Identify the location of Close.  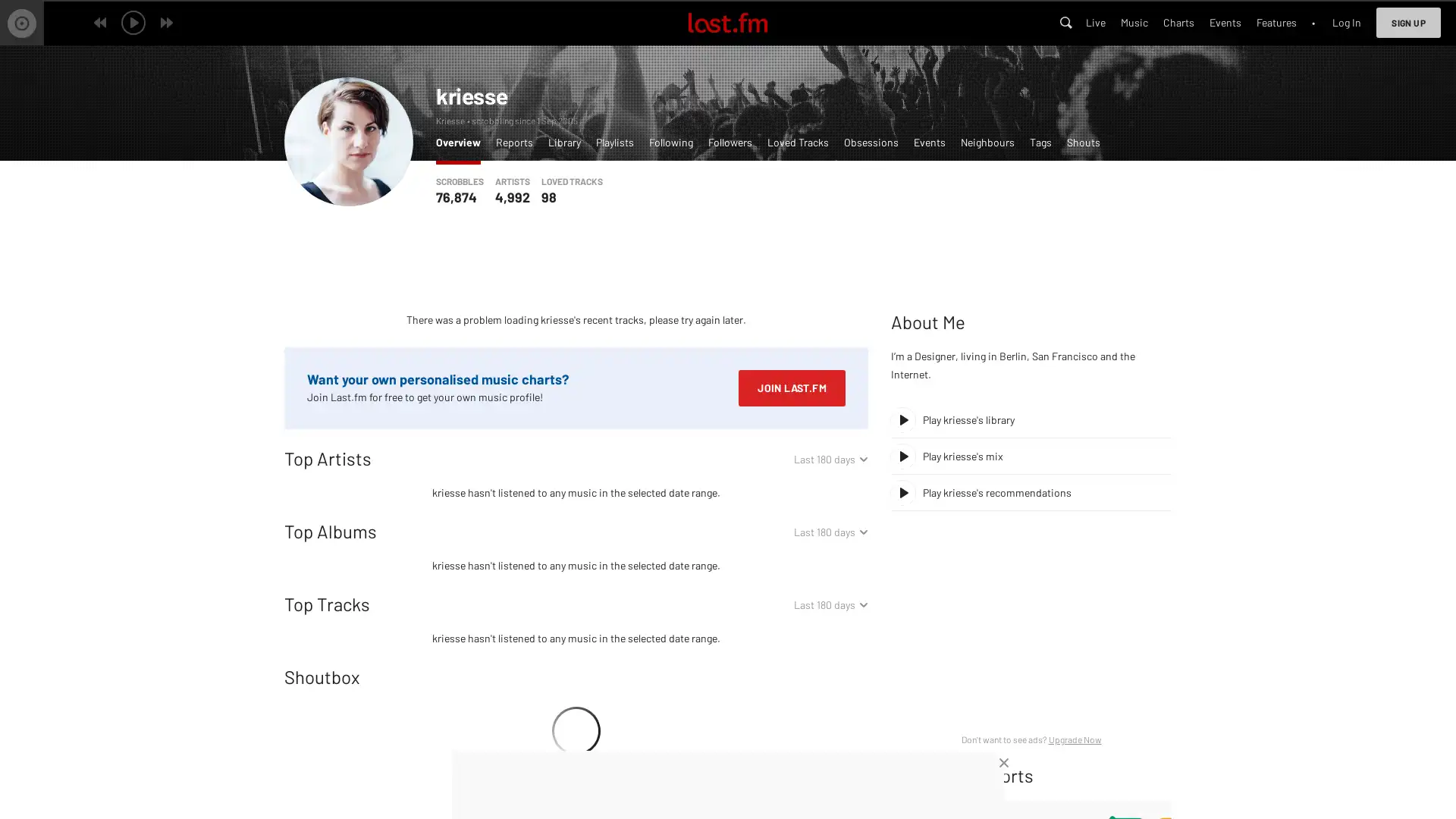
(1004, 763).